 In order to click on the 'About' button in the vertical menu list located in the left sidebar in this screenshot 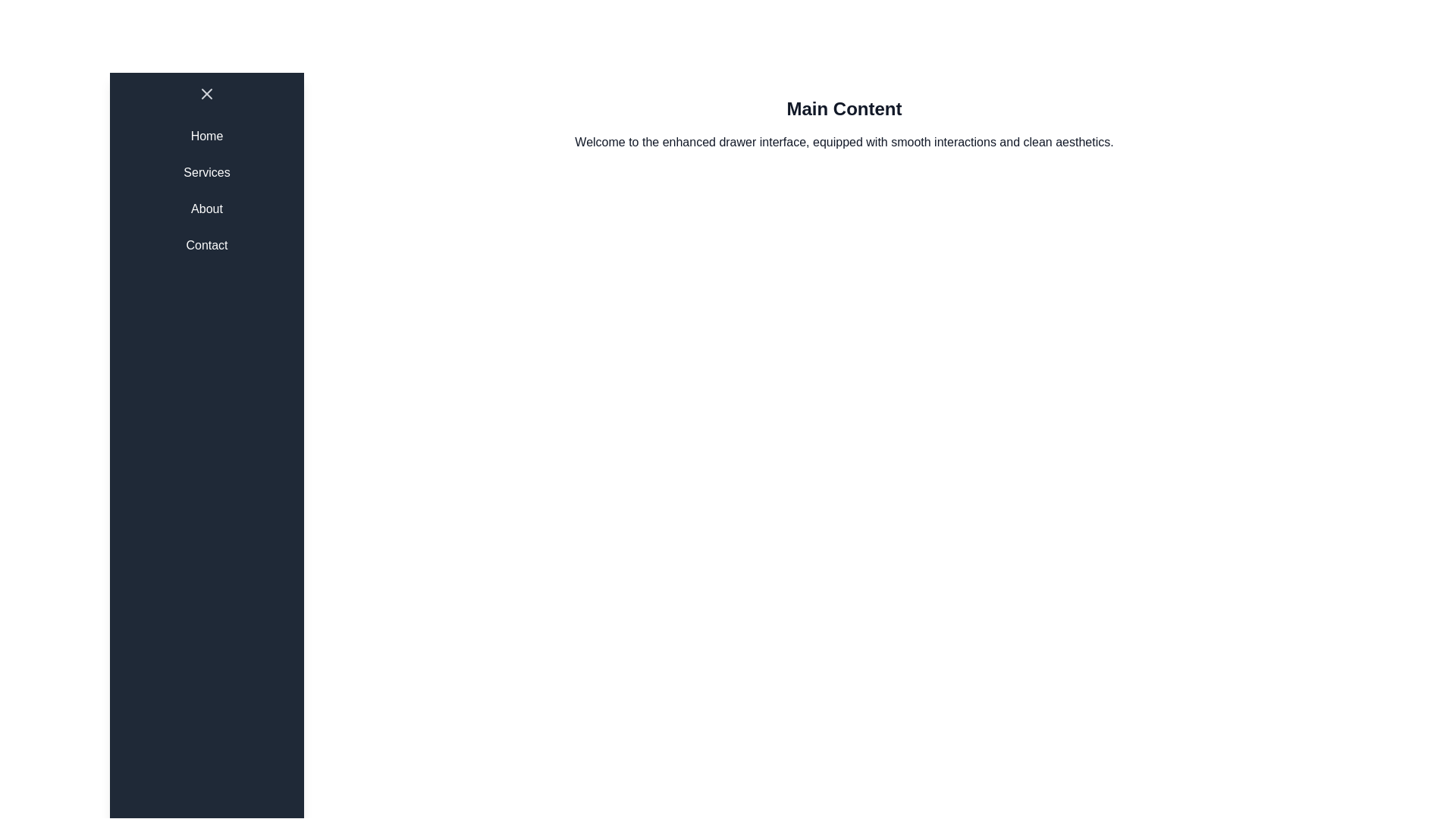, I will do `click(206, 209)`.